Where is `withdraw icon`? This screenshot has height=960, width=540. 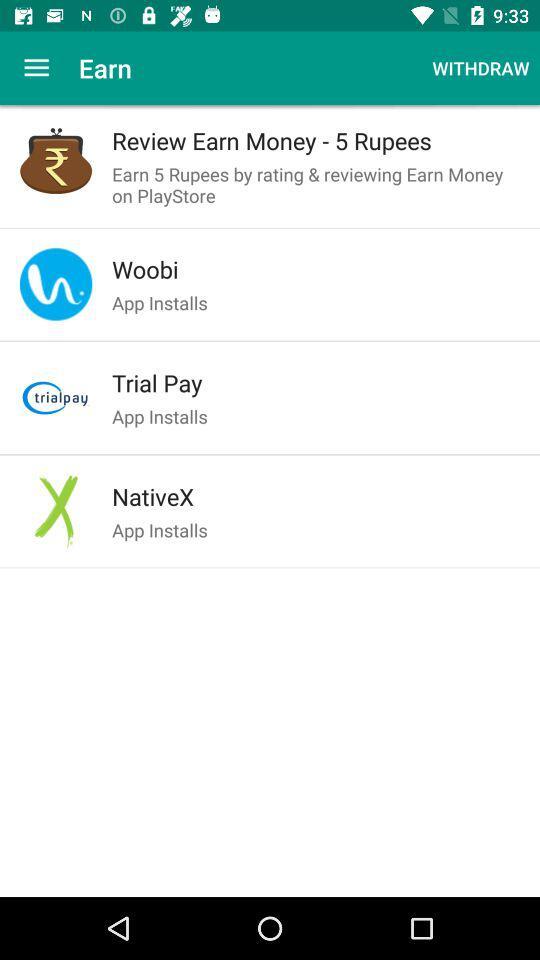
withdraw icon is located at coordinates (479, 68).